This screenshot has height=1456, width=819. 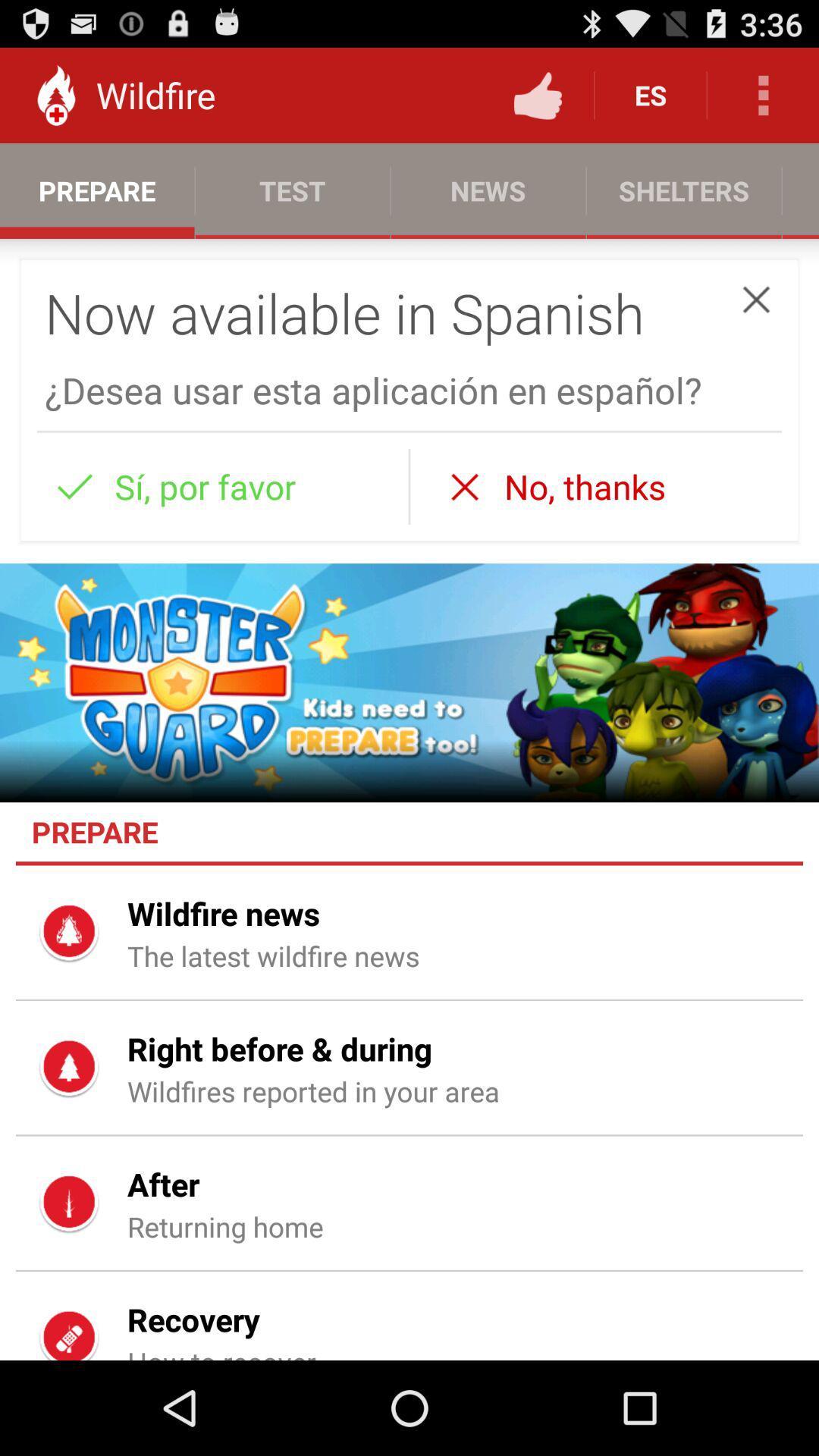 What do you see at coordinates (756, 300) in the screenshot?
I see `button` at bounding box center [756, 300].